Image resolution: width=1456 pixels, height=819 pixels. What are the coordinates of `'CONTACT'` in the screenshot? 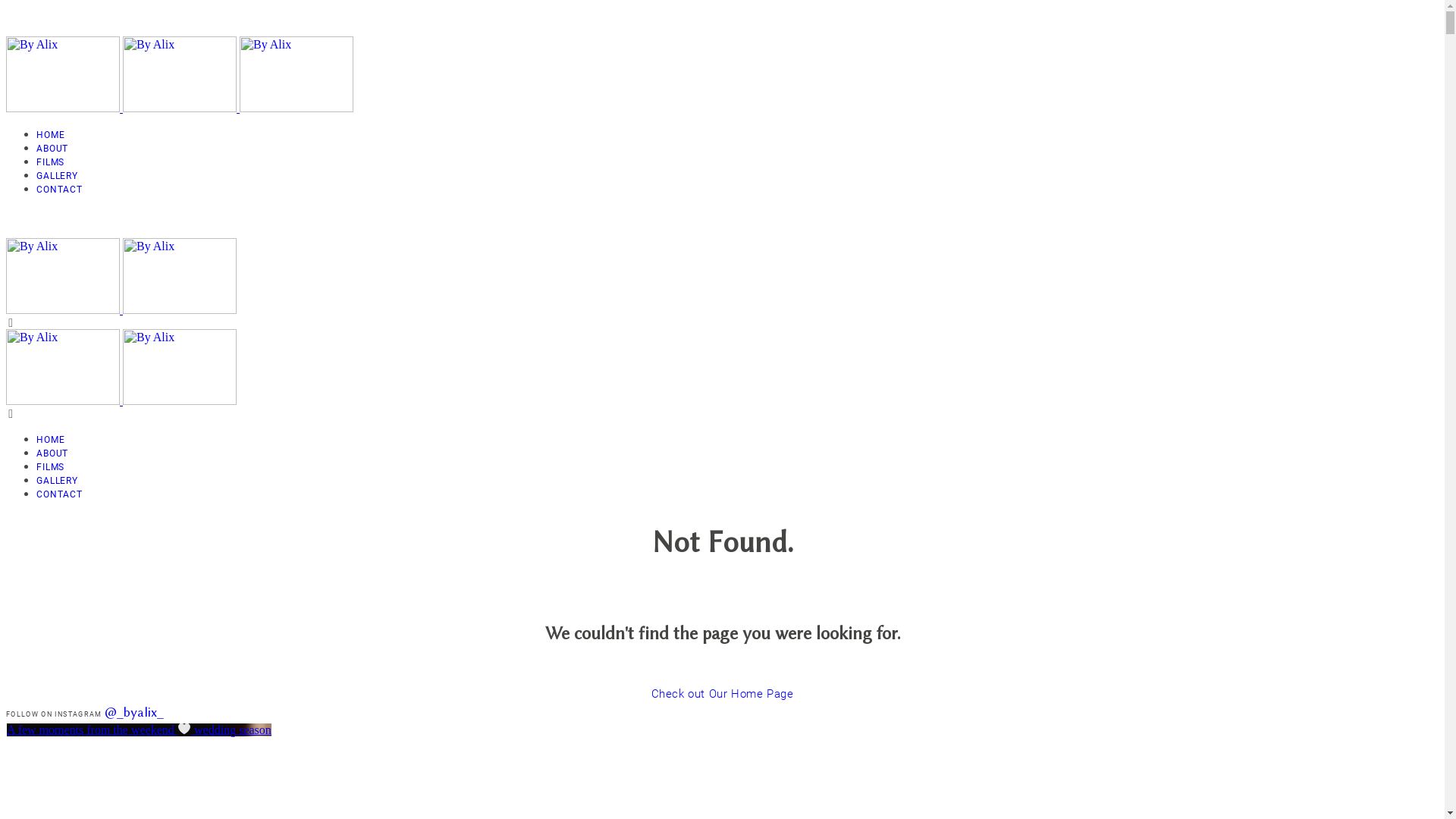 It's located at (59, 189).